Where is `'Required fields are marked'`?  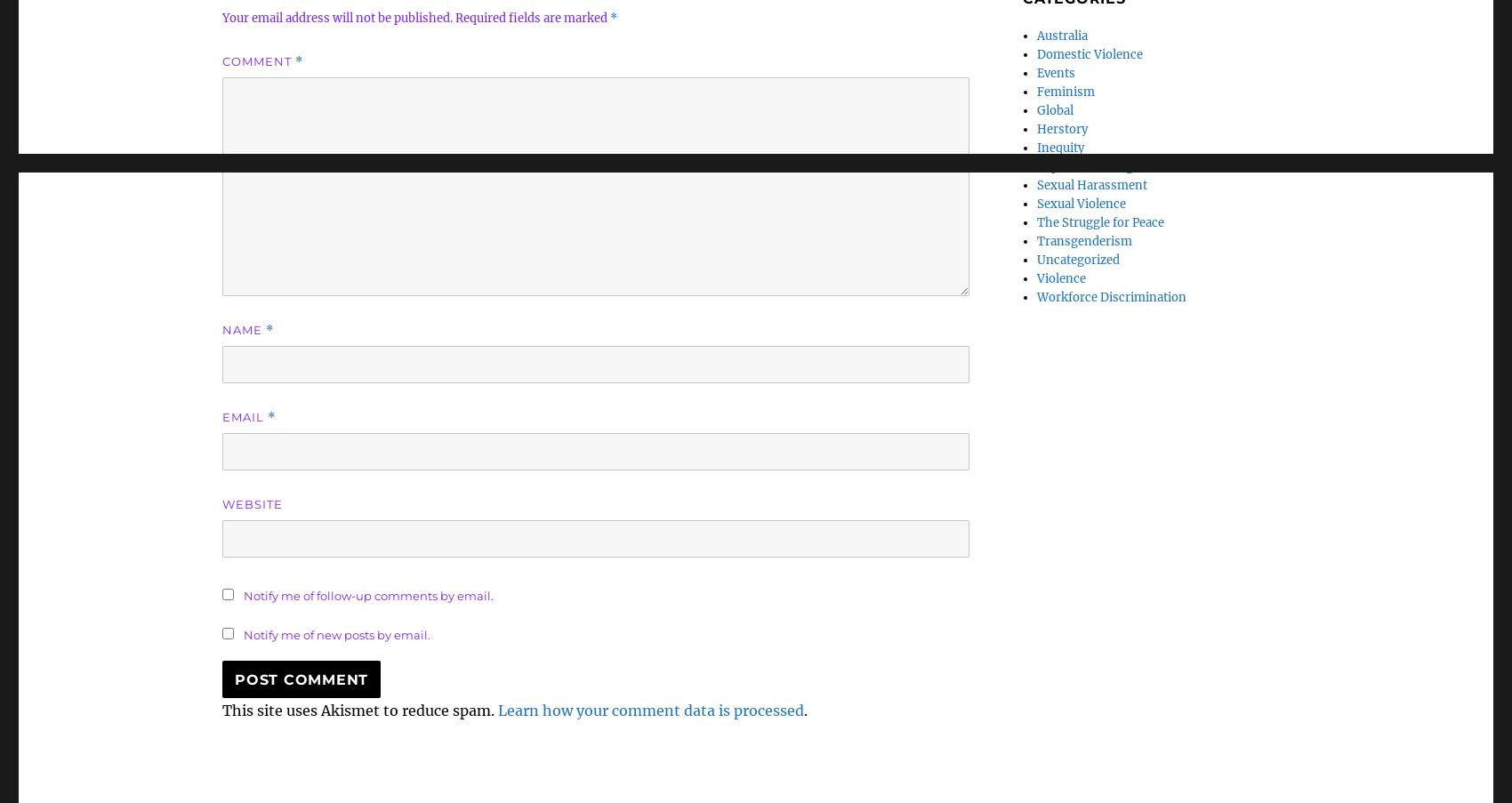
'Required fields are marked' is located at coordinates (532, 17).